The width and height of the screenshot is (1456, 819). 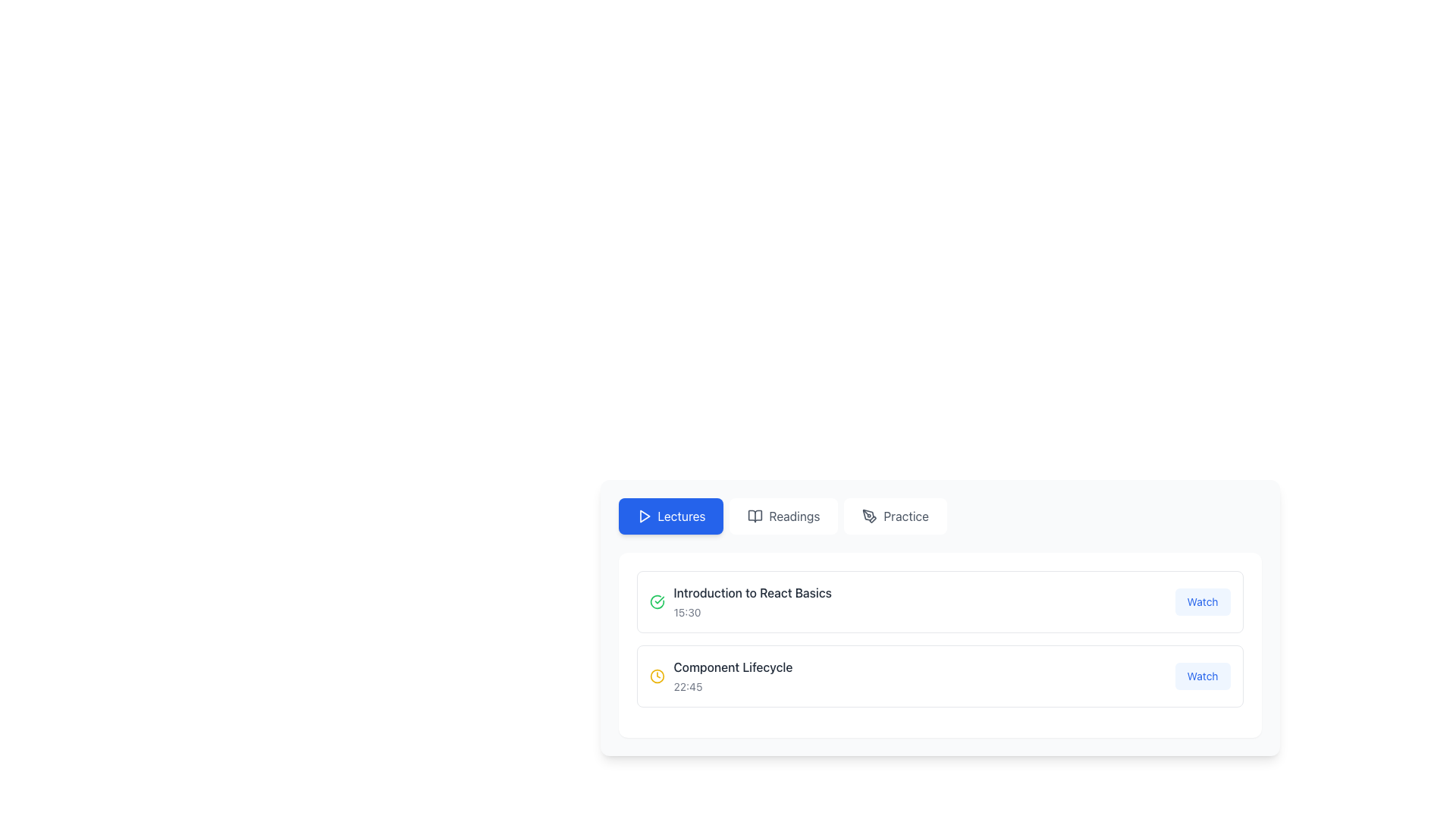 I want to click on the 'Watch' button on the visually distinct card with a white background and rounded corners, located below the horizontal menu in the content section, so click(x=939, y=645).